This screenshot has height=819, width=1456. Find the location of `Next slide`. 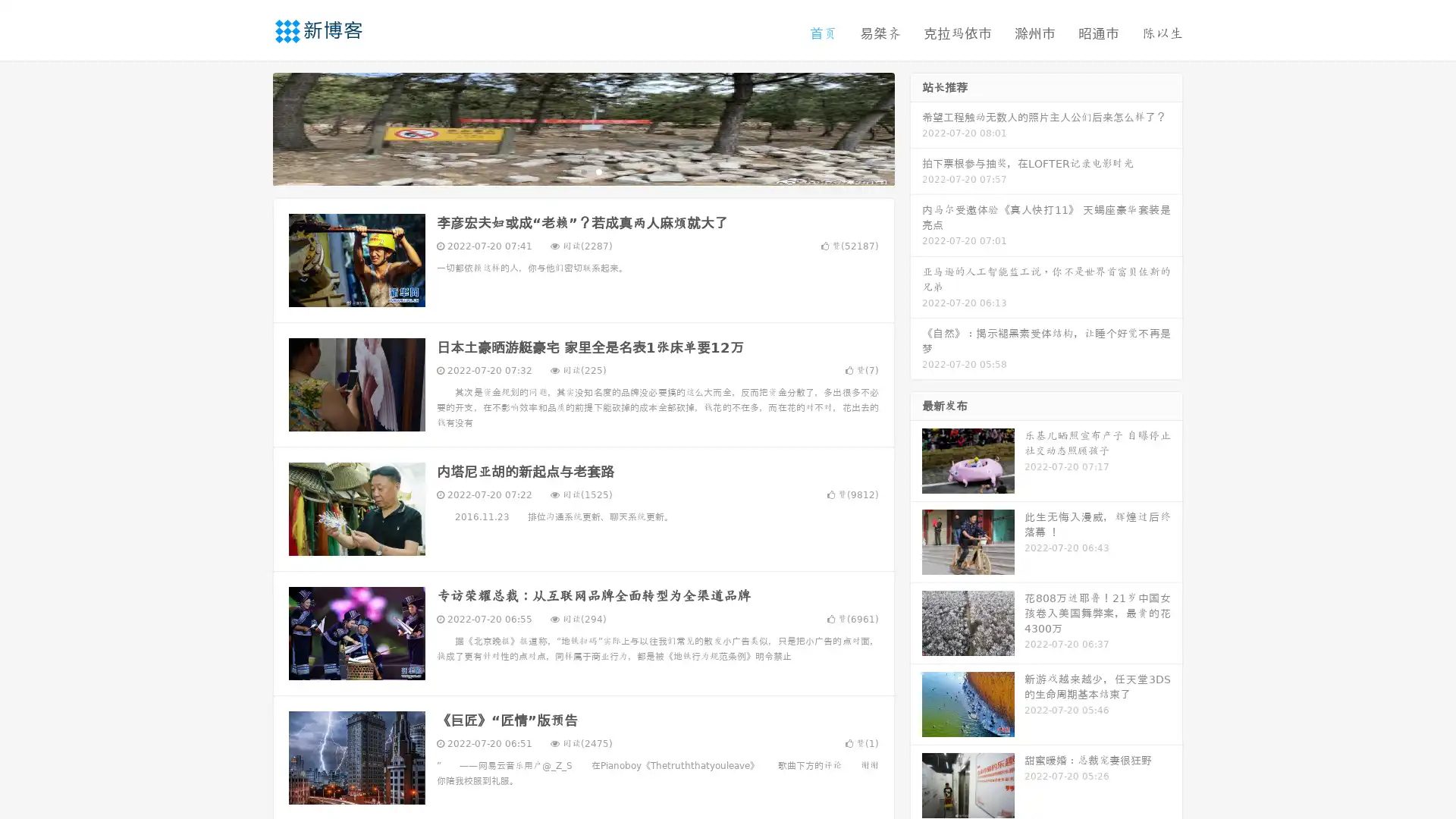

Next slide is located at coordinates (916, 127).